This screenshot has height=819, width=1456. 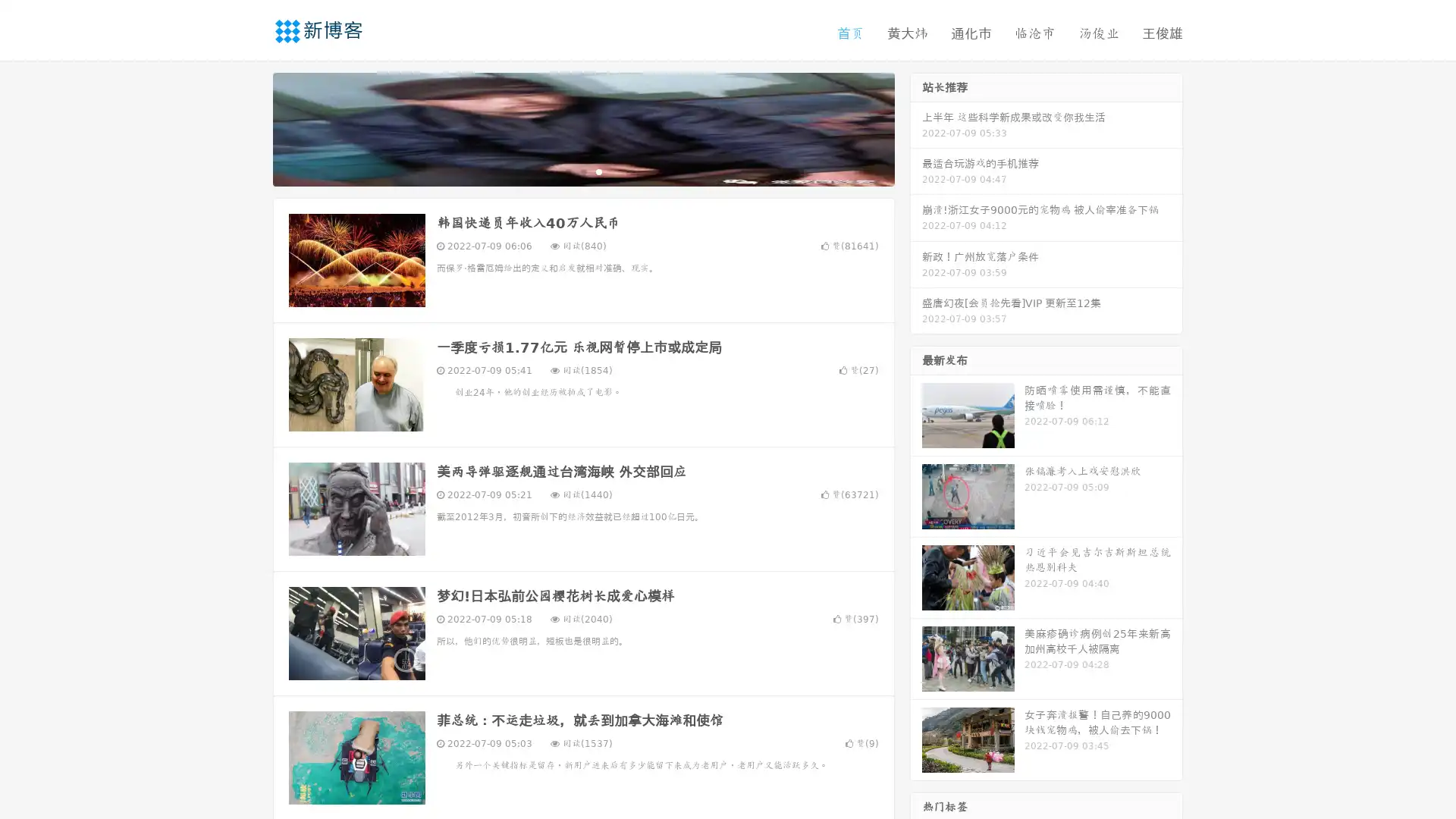 I want to click on Previous slide, so click(x=250, y=127).